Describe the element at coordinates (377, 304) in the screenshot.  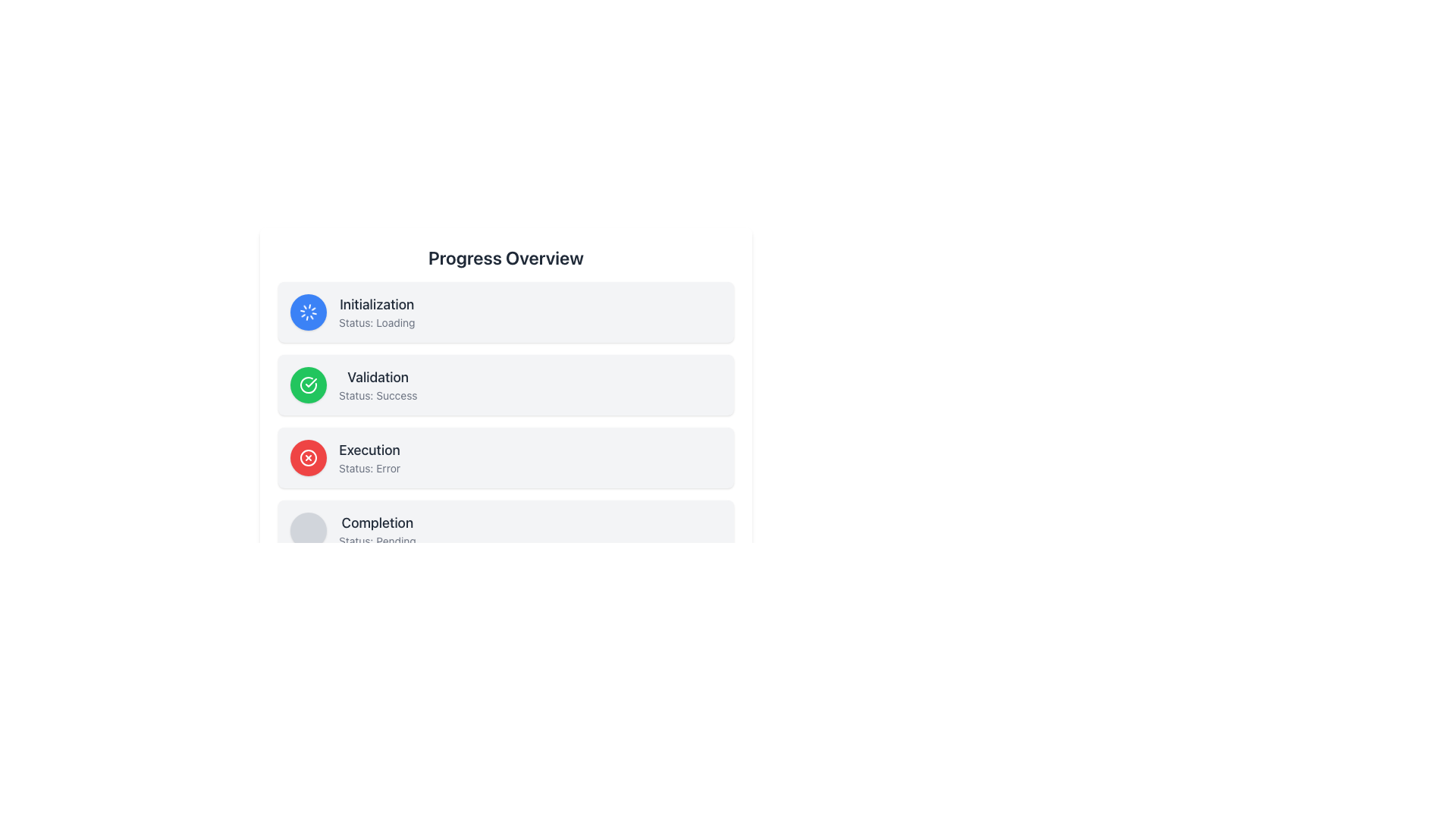
I see `the 'Initialization' text label, which is positioned at the top left corner of a card-like section in a vertical progress tracker, displaying bold text in medium gray color` at that location.